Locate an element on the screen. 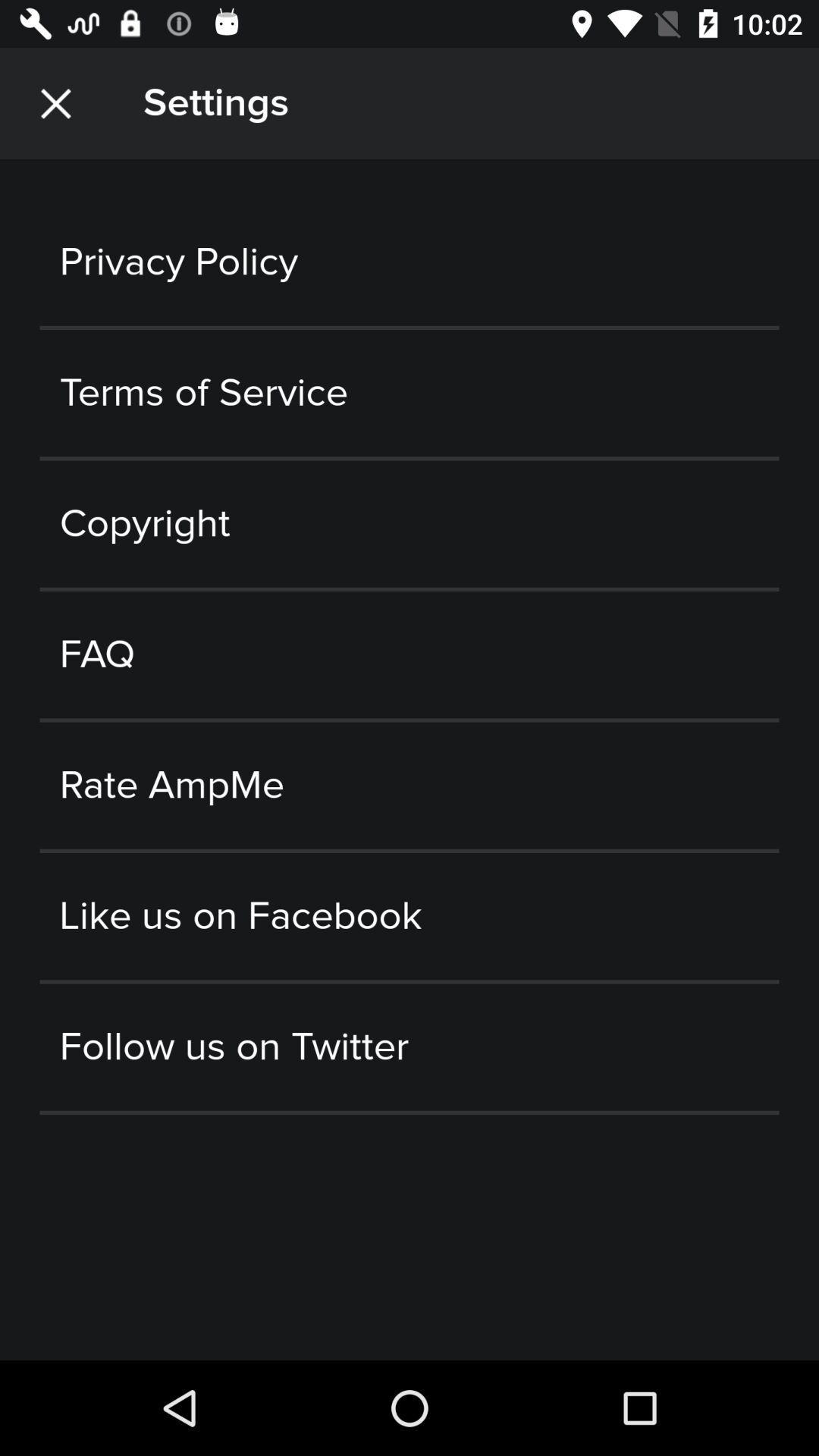  item above the privacy policy is located at coordinates (55, 102).